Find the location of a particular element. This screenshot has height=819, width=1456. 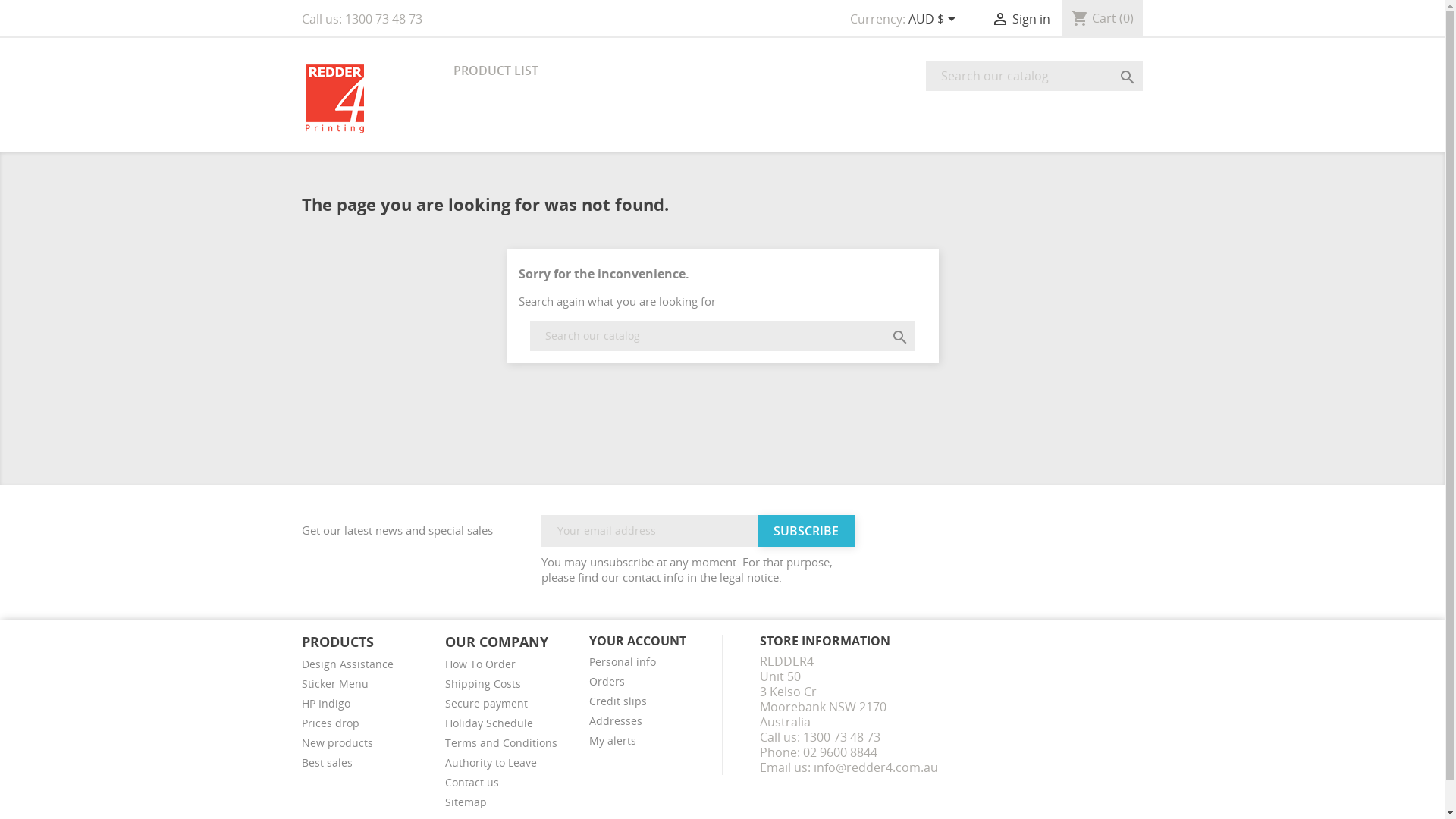

'My alerts' is located at coordinates (588, 739).